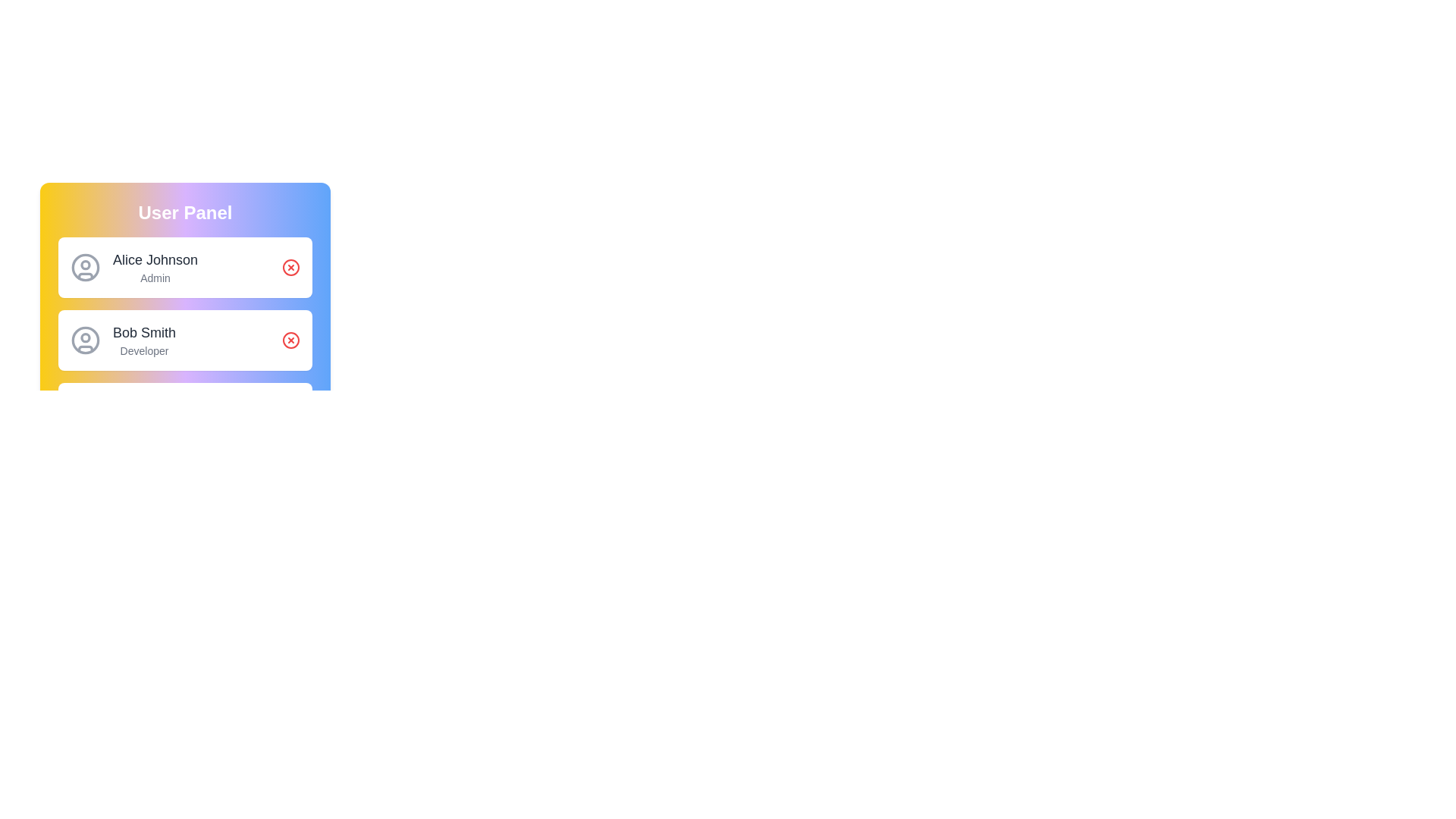  I want to click on the close button associated with the user 'Alice Johnson' entry, so click(291, 267).